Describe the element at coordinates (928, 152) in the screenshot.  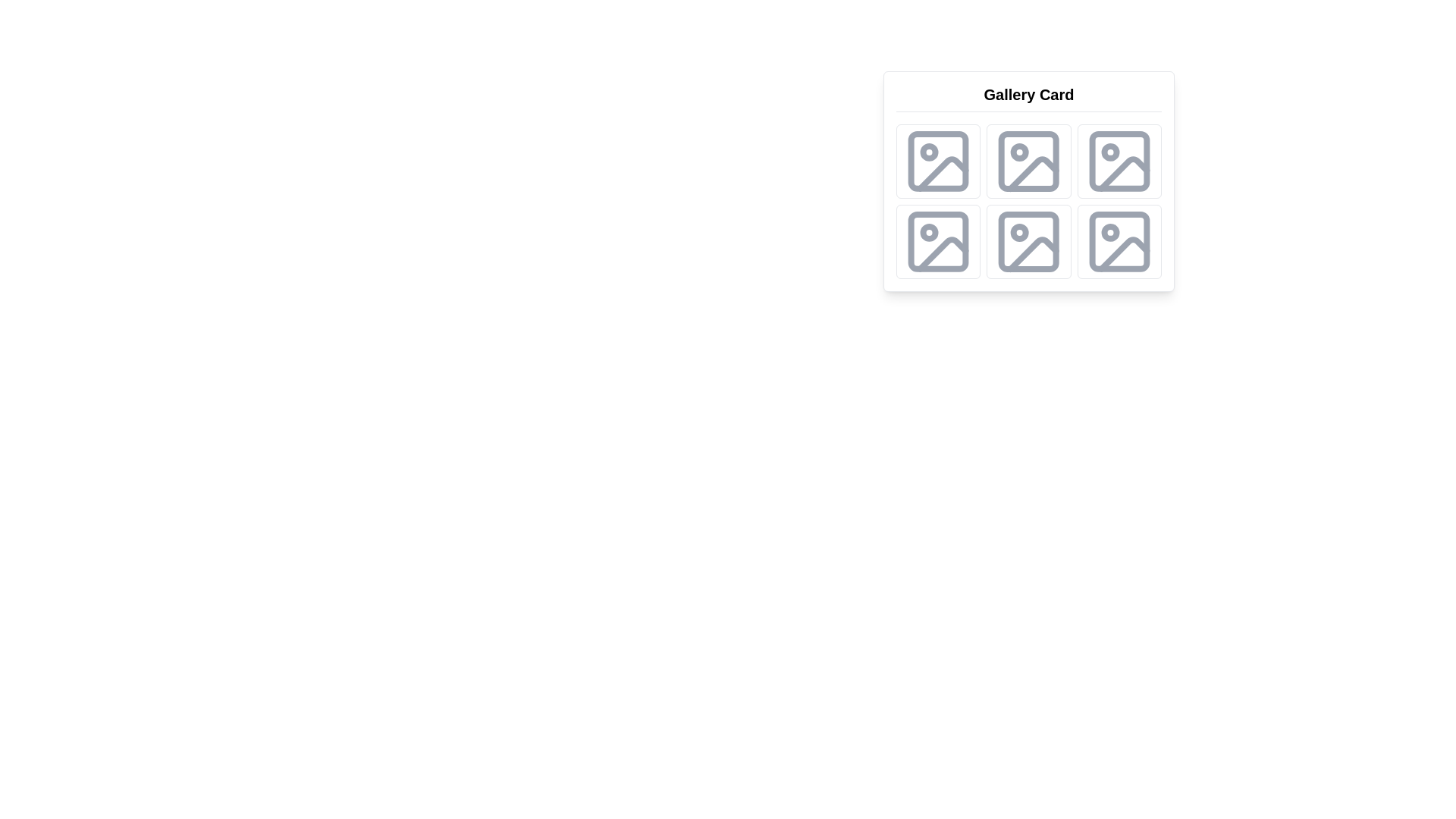
I see `the small circle element within the first icon of the Gallery Card, located in the top-left corner of the icon, which serves a decorative or functional role` at that location.